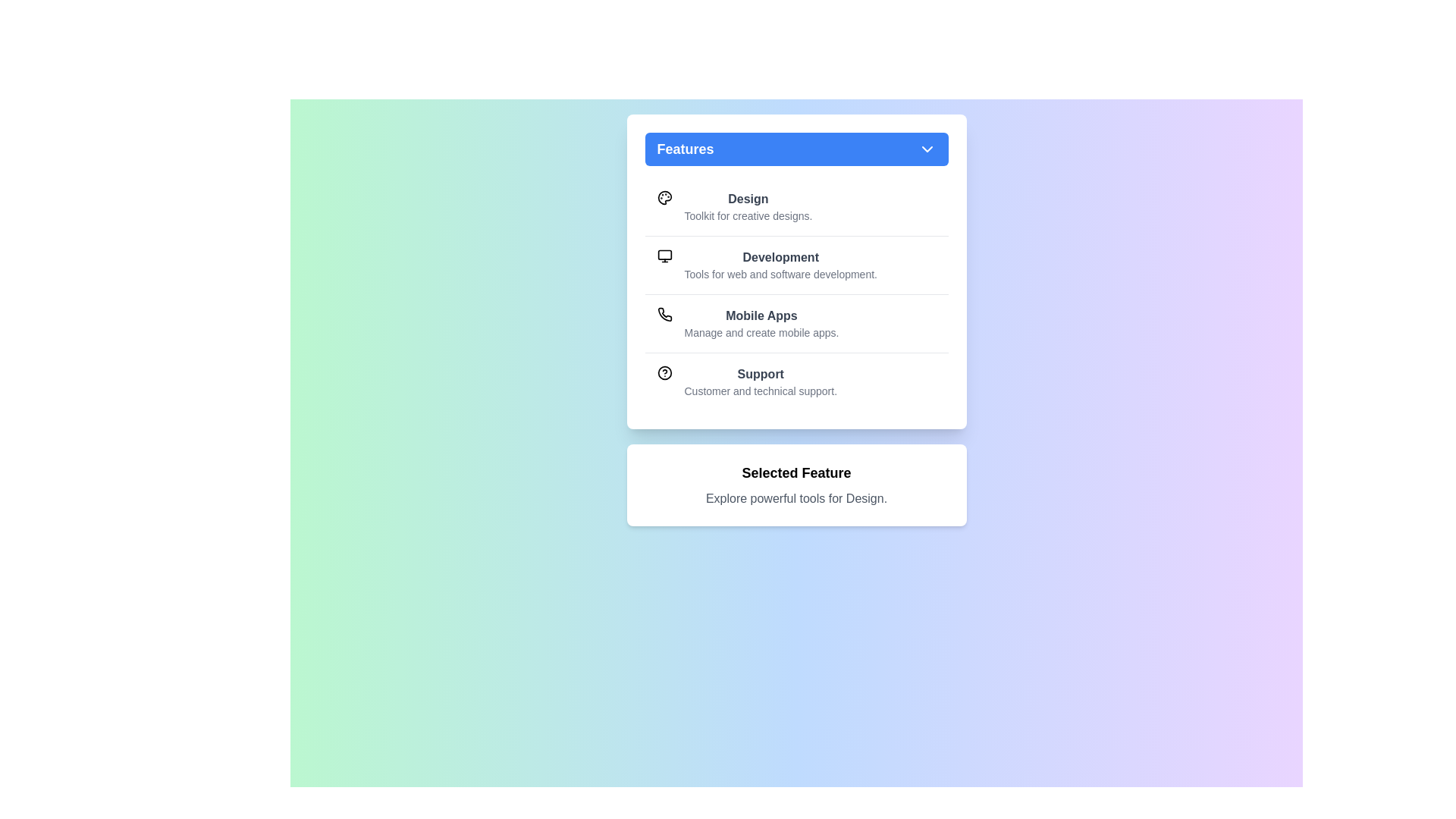  What do you see at coordinates (664, 373) in the screenshot?
I see `the icon for the feature Support` at bounding box center [664, 373].